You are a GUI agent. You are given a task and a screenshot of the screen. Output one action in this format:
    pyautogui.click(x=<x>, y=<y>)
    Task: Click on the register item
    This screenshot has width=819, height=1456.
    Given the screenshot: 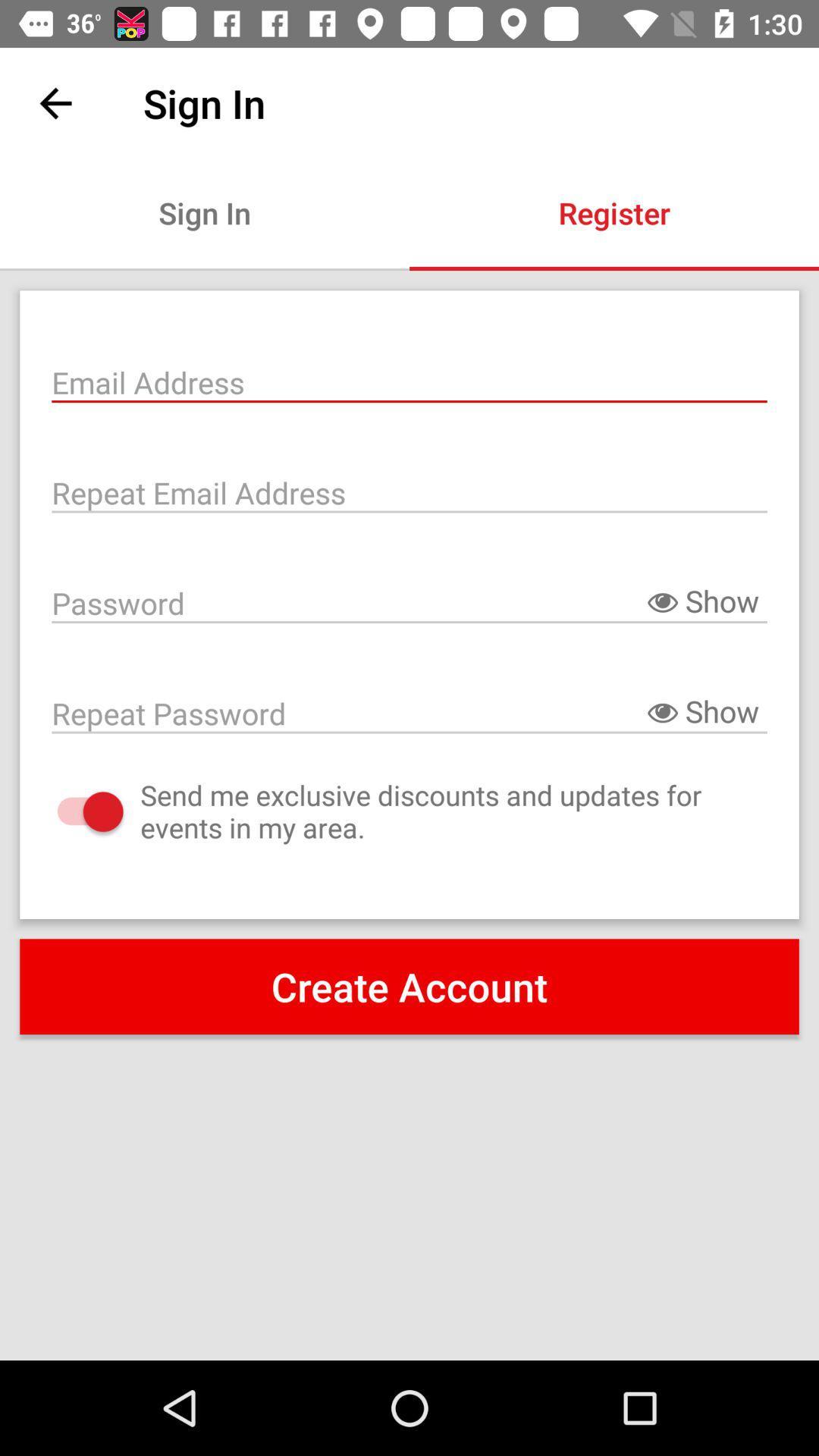 What is the action you would take?
    pyautogui.click(x=614, y=212)
    